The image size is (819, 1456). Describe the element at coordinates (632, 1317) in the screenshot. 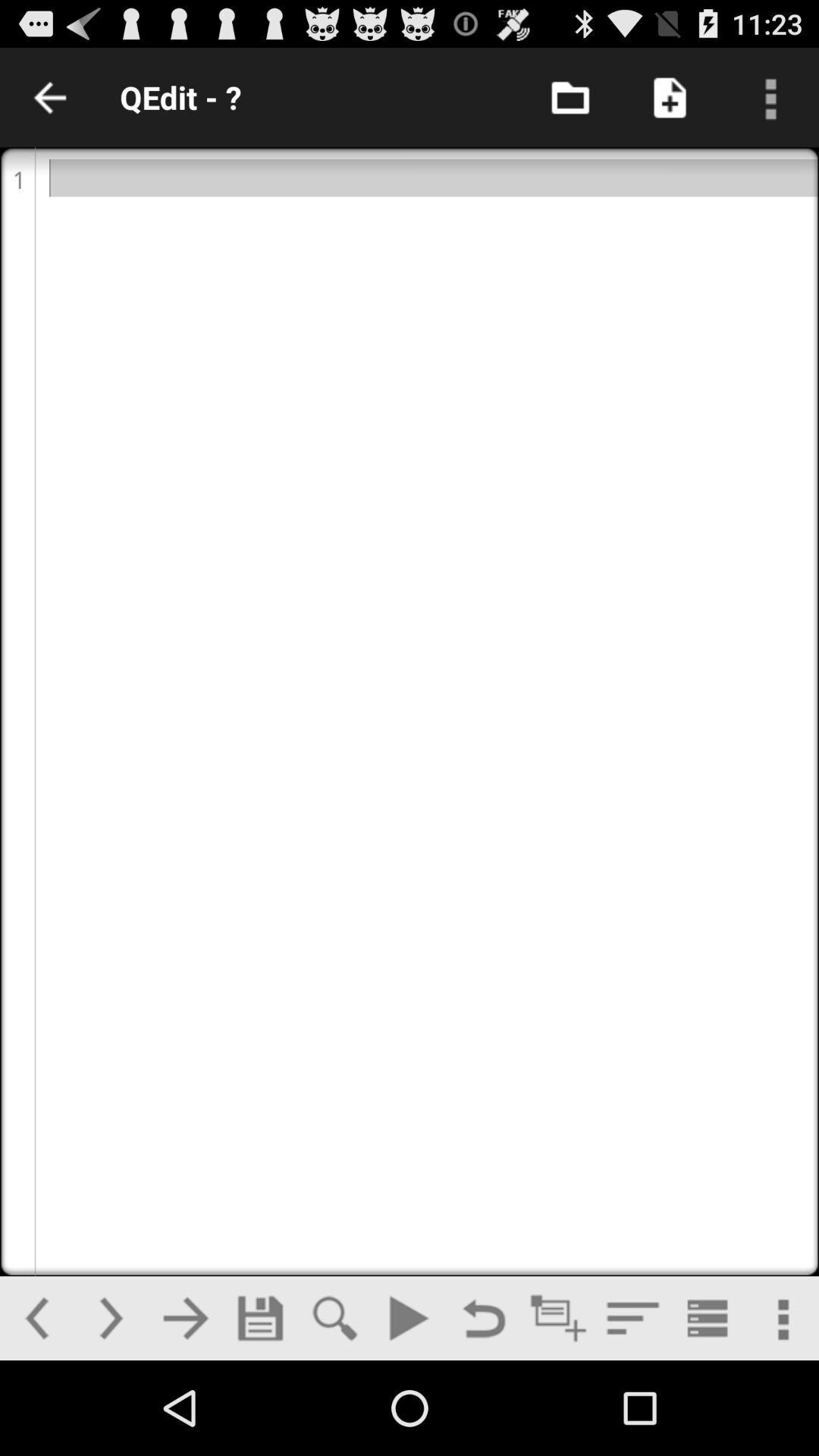

I see `paragraph style` at that location.